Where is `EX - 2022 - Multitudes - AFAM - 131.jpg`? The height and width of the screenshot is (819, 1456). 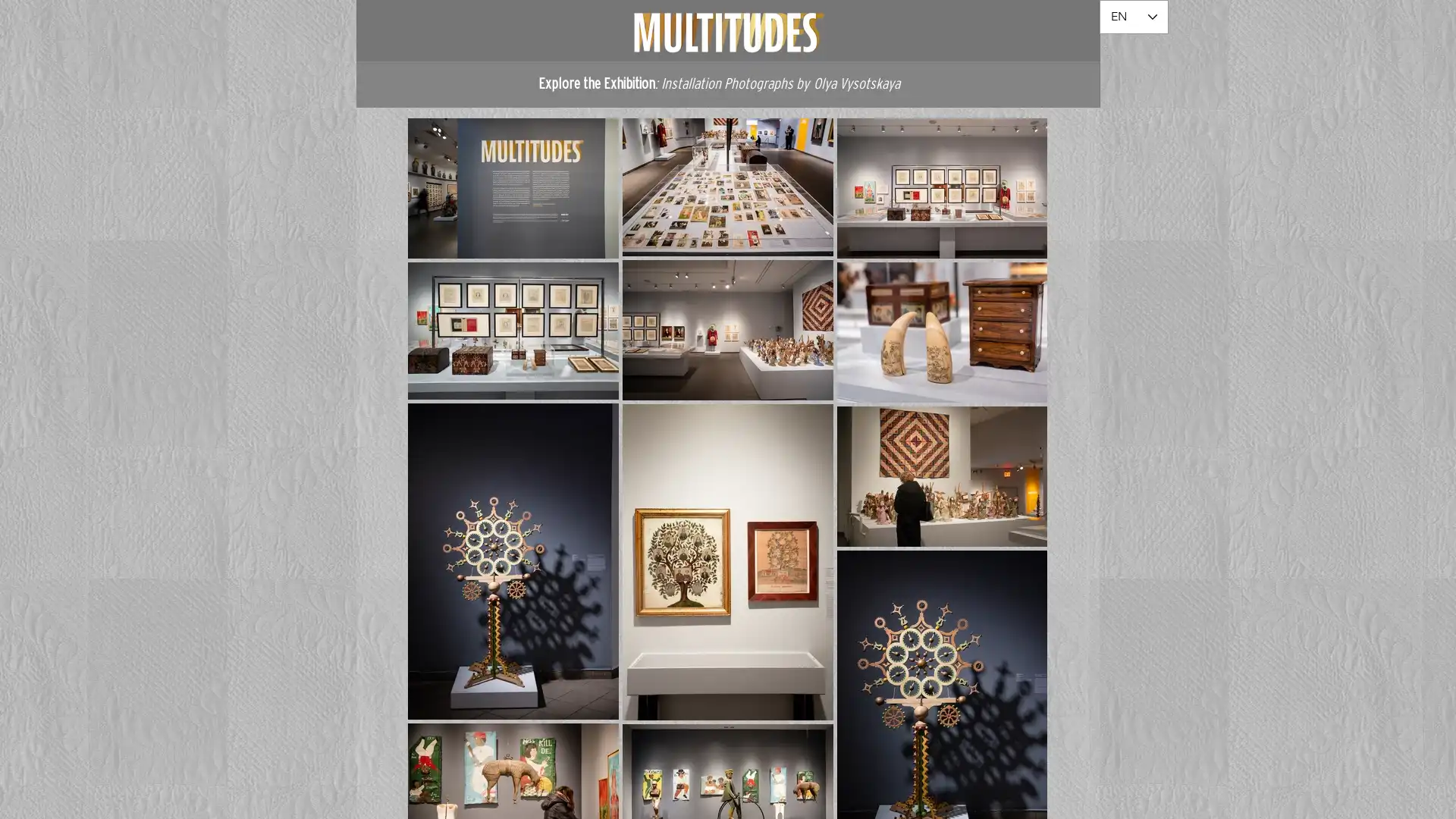
EX - 2022 - Multitudes - AFAM - 131.jpg is located at coordinates (941, 475).